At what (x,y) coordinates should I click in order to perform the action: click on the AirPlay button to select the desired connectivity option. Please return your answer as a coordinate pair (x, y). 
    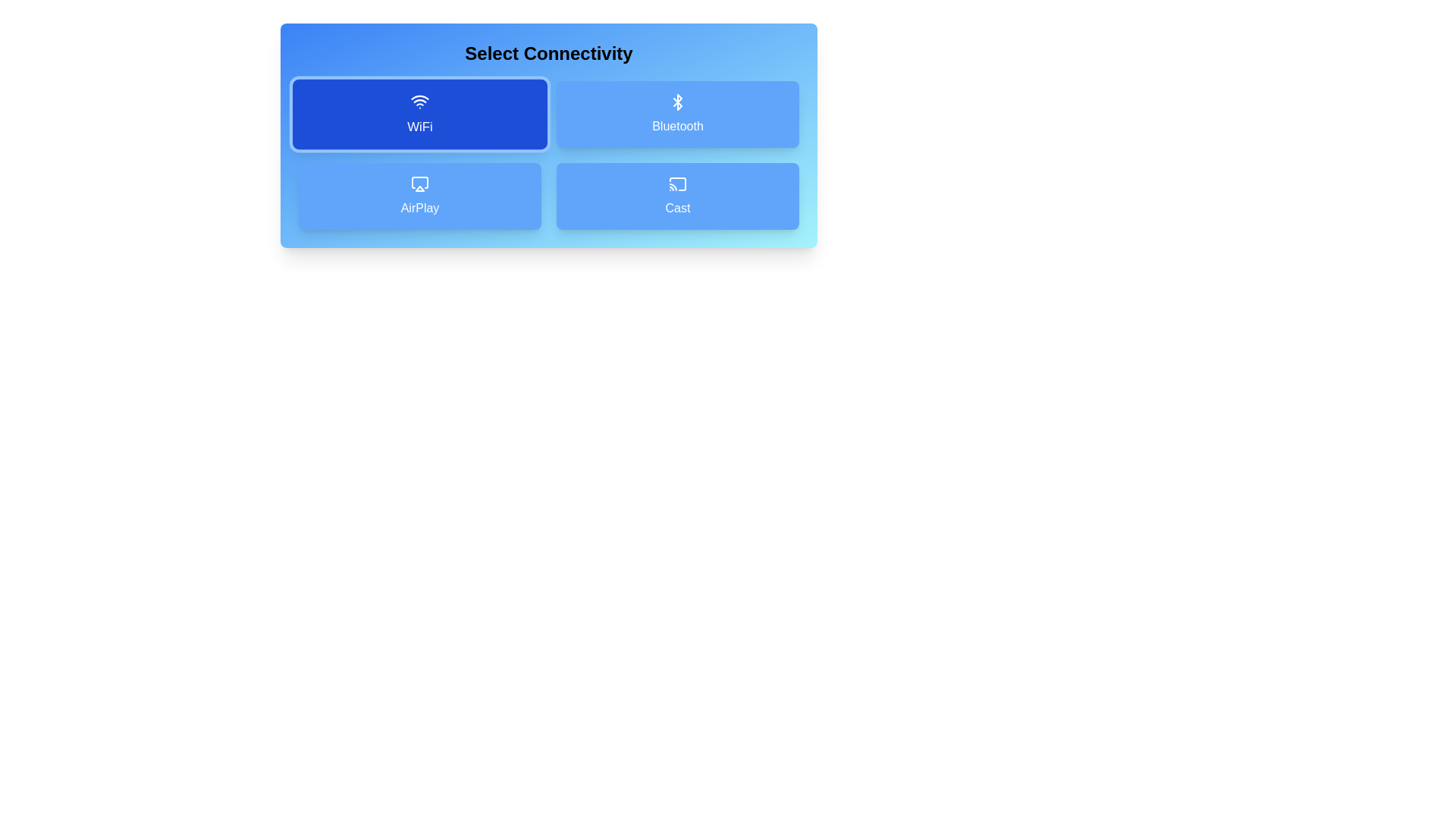
    Looking at the image, I should click on (419, 195).